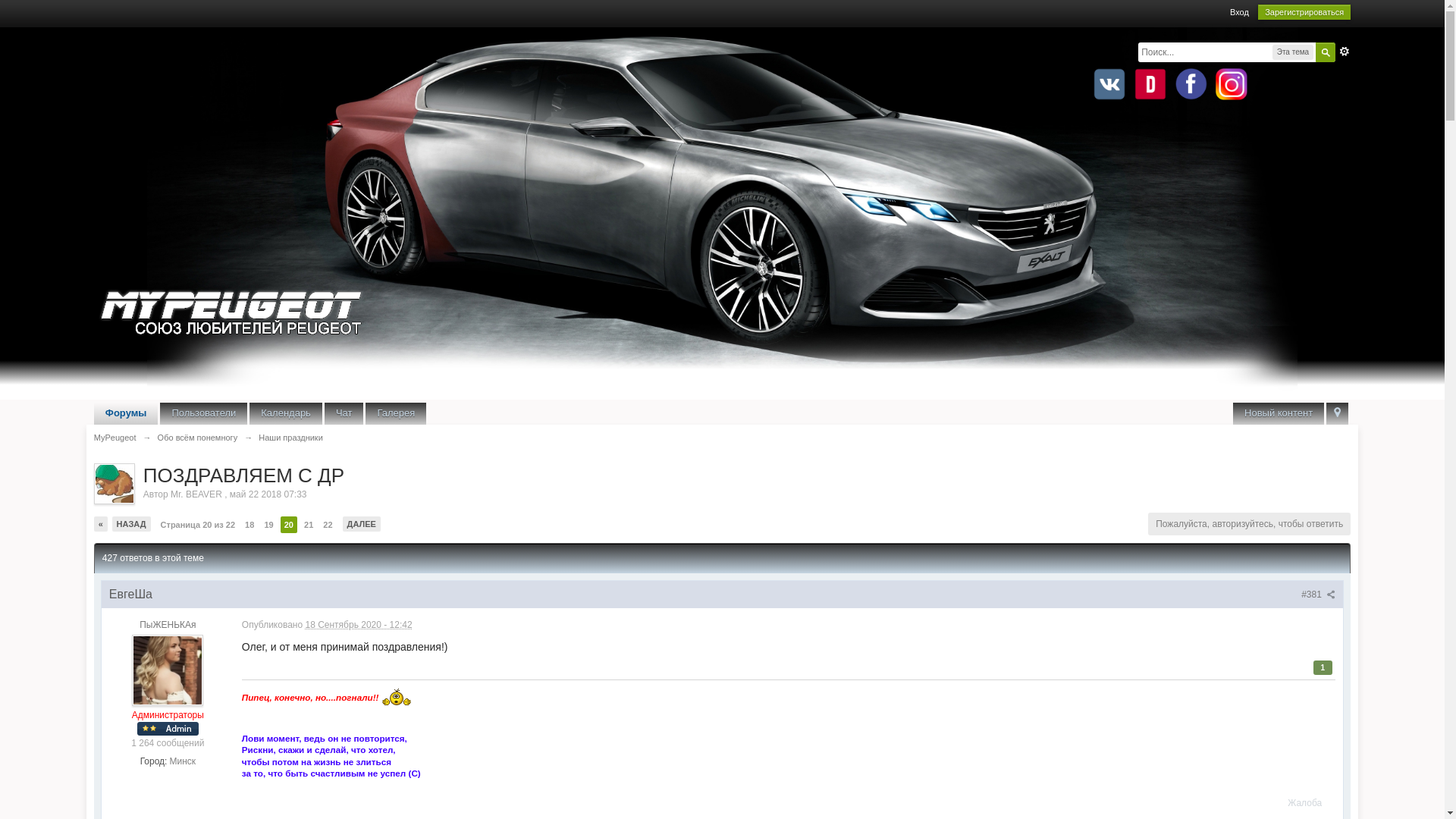 Image resolution: width=1456 pixels, height=819 pixels. What do you see at coordinates (115, 438) in the screenshot?
I see `'MyPeugeot'` at bounding box center [115, 438].